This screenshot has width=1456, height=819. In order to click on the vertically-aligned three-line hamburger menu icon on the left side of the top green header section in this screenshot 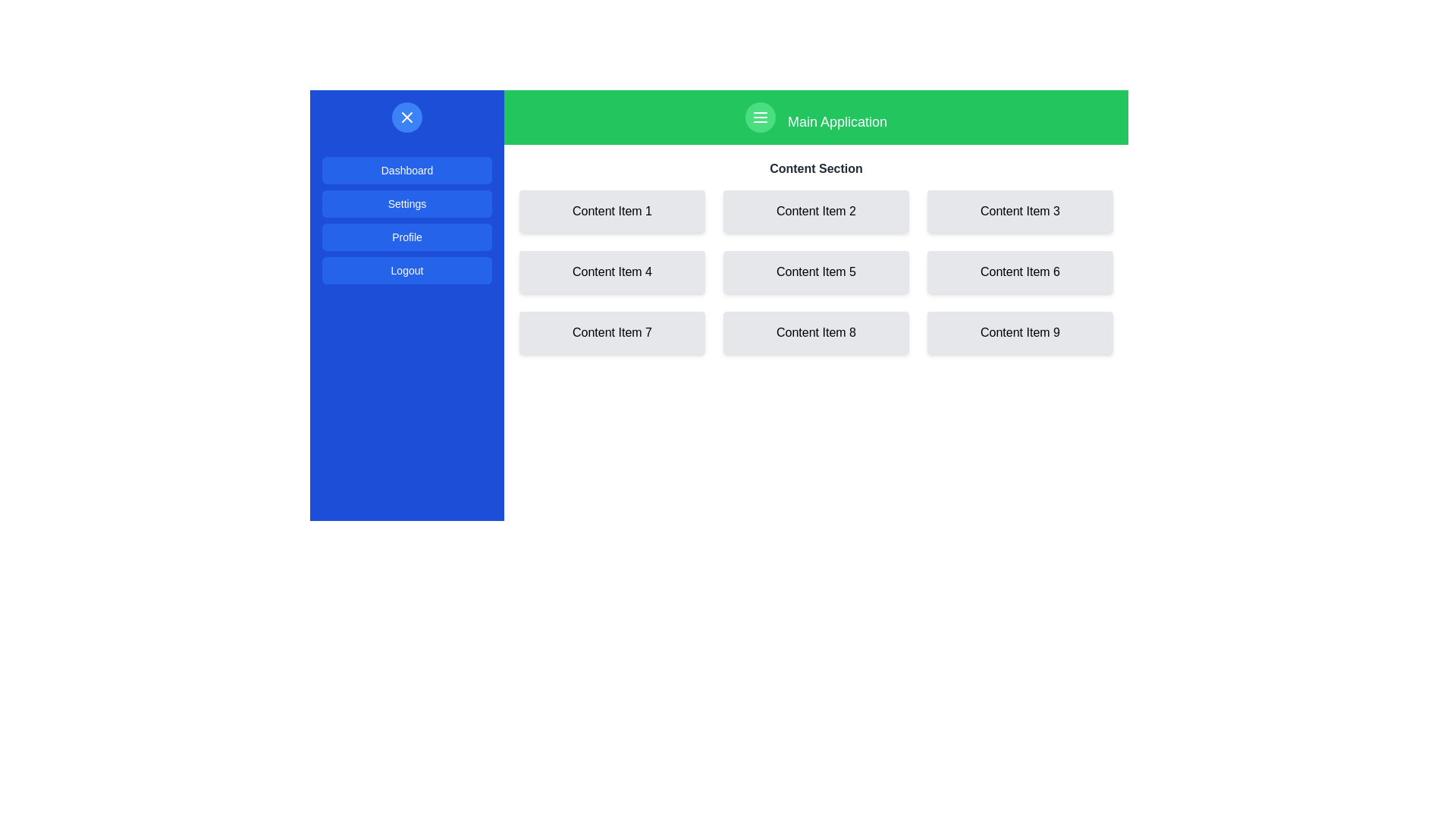, I will do `click(761, 116)`.